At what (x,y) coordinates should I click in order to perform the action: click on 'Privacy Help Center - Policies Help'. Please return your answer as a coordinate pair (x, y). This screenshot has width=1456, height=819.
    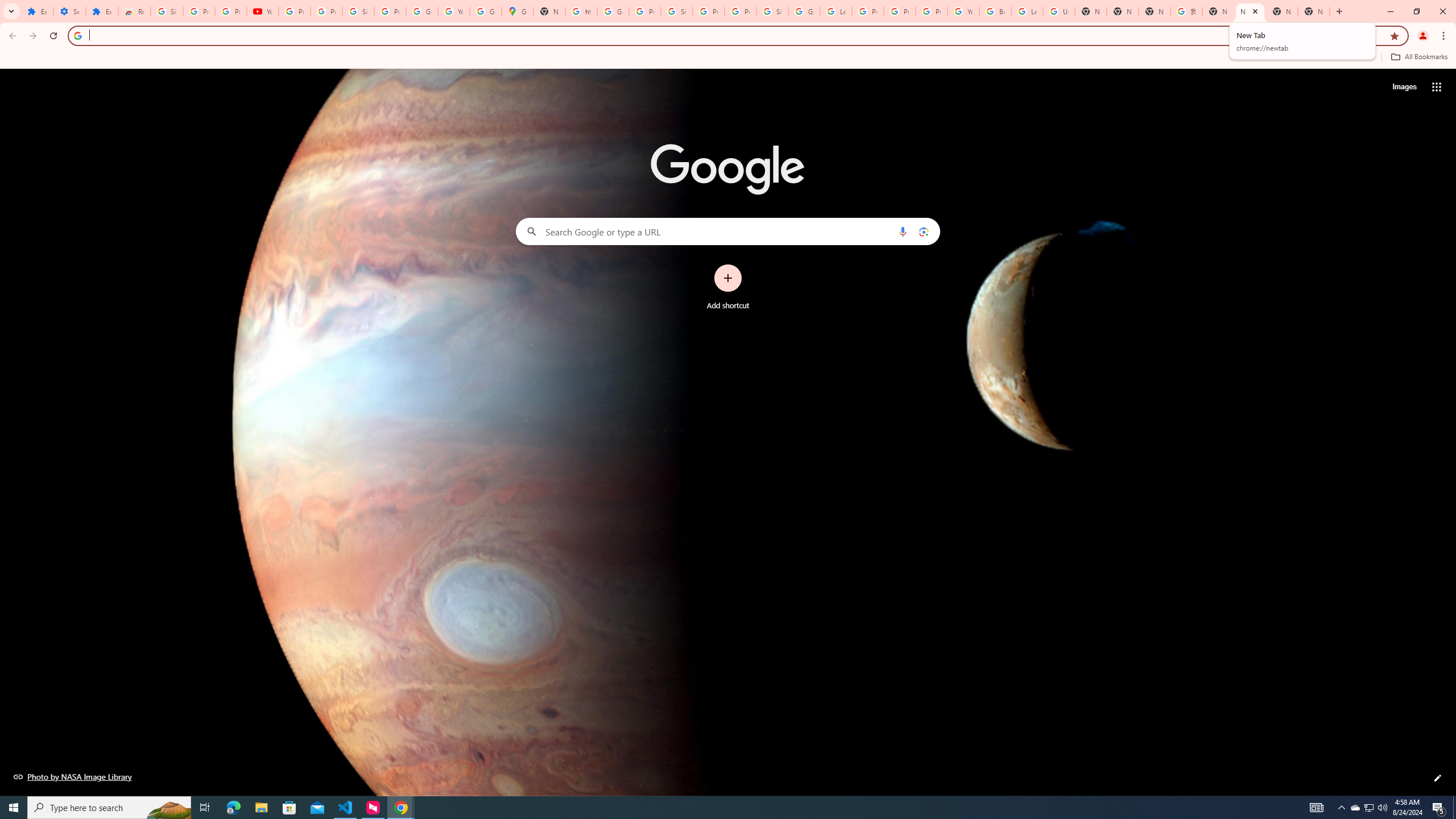
    Looking at the image, I should click on (899, 11).